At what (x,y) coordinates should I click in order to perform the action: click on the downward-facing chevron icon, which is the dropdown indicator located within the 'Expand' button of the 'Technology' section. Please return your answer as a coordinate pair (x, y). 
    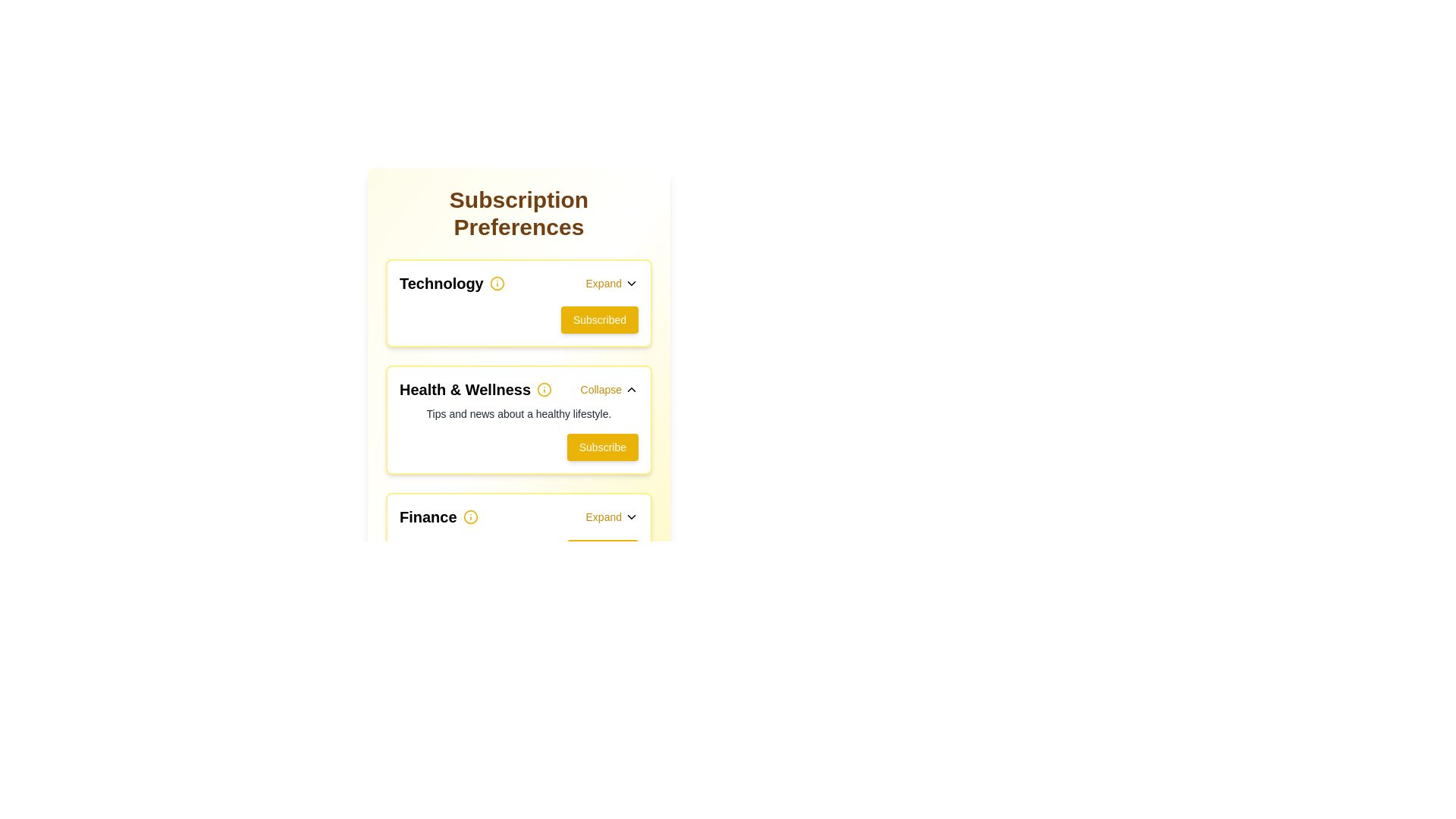
    Looking at the image, I should click on (632, 284).